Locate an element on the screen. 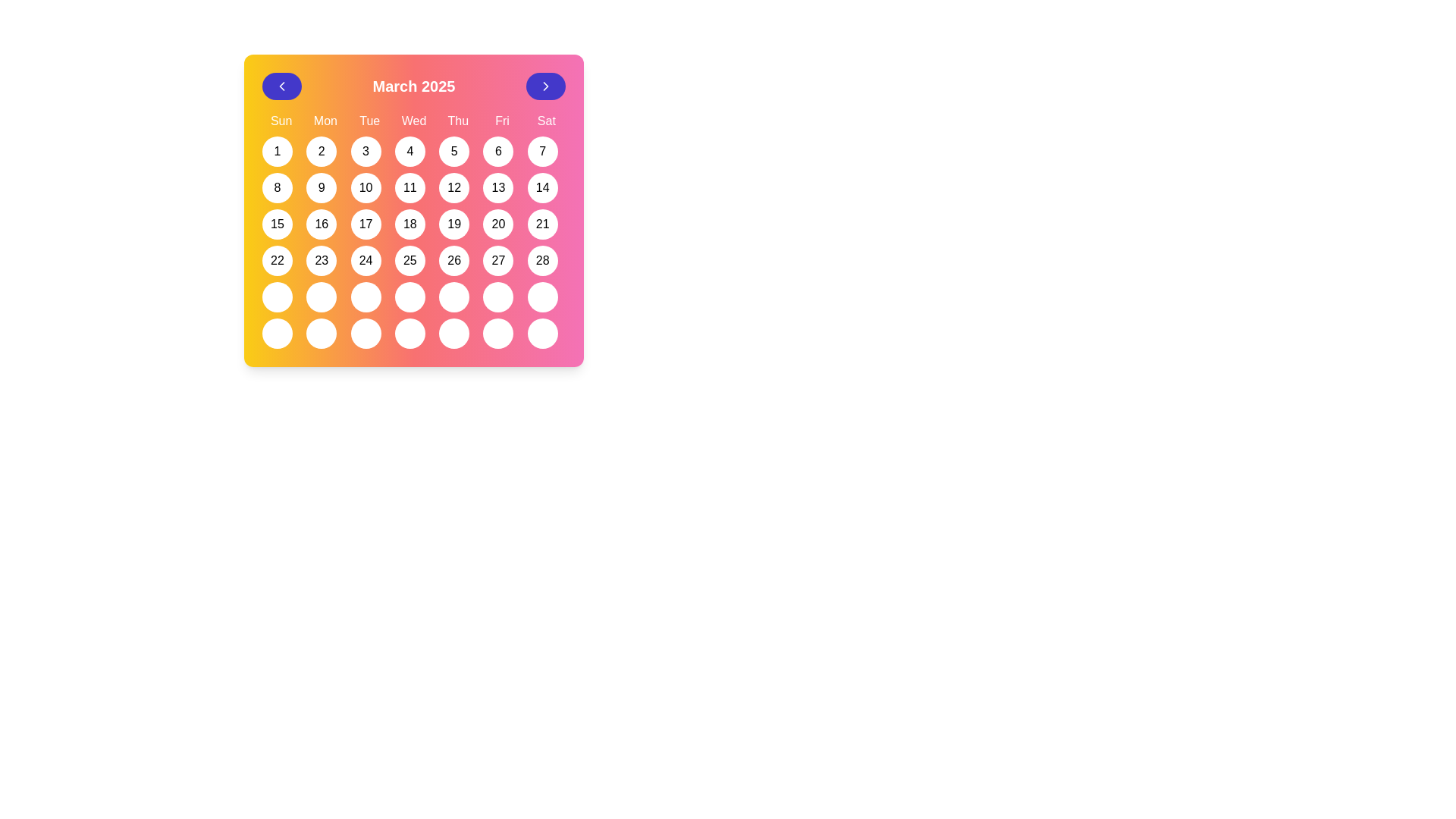 The height and width of the screenshot is (819, 1456). the selectable date button for the date '13' in the calendar interface, located in the fifth column and second row under the 'Fri' header is located at coordinates (498, 187).